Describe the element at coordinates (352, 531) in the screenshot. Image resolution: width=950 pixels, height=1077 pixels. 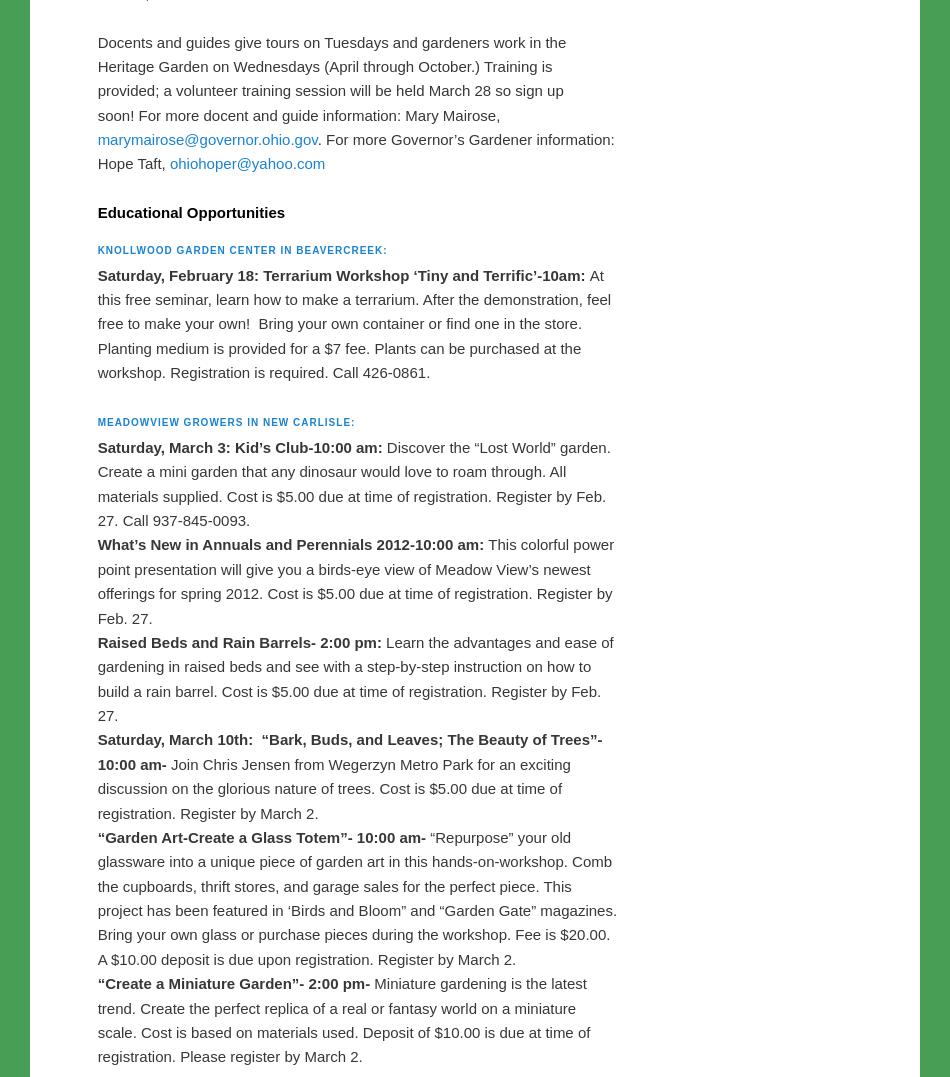
I see `'Discover the “Lost World” garden. Create a mini garden that any dinosaur would love to roam through. All materials supplied. Cost is $5.00 due at time of registration. Register by Feb. 27. Call 937-845-0093.'` at that location.